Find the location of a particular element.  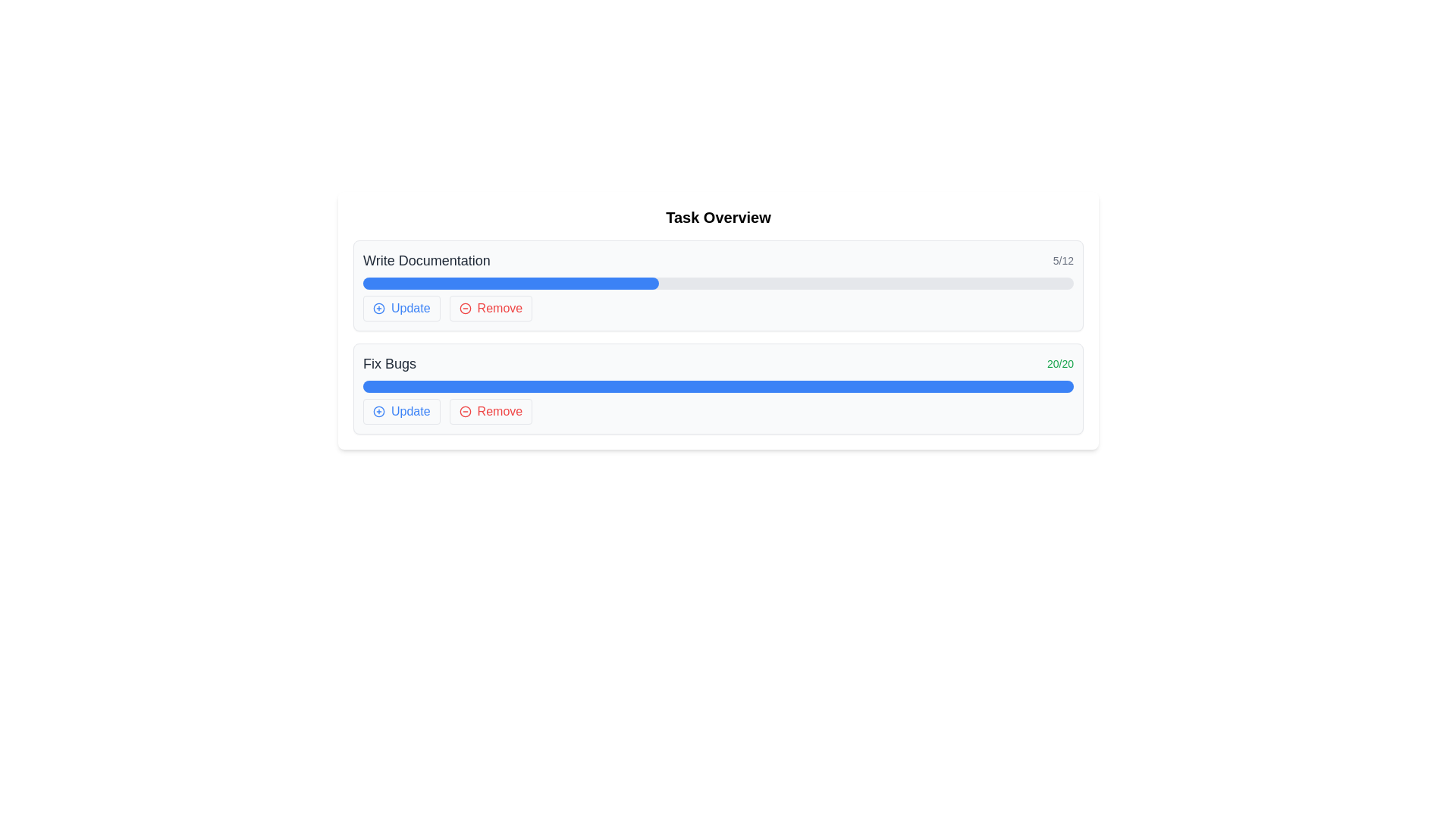

the small red circular icon with a minus sign, which is the leftmost part of the 'Remove' button adjacent to the 'Fix Bugs' section is located at coordinates (464, 412).